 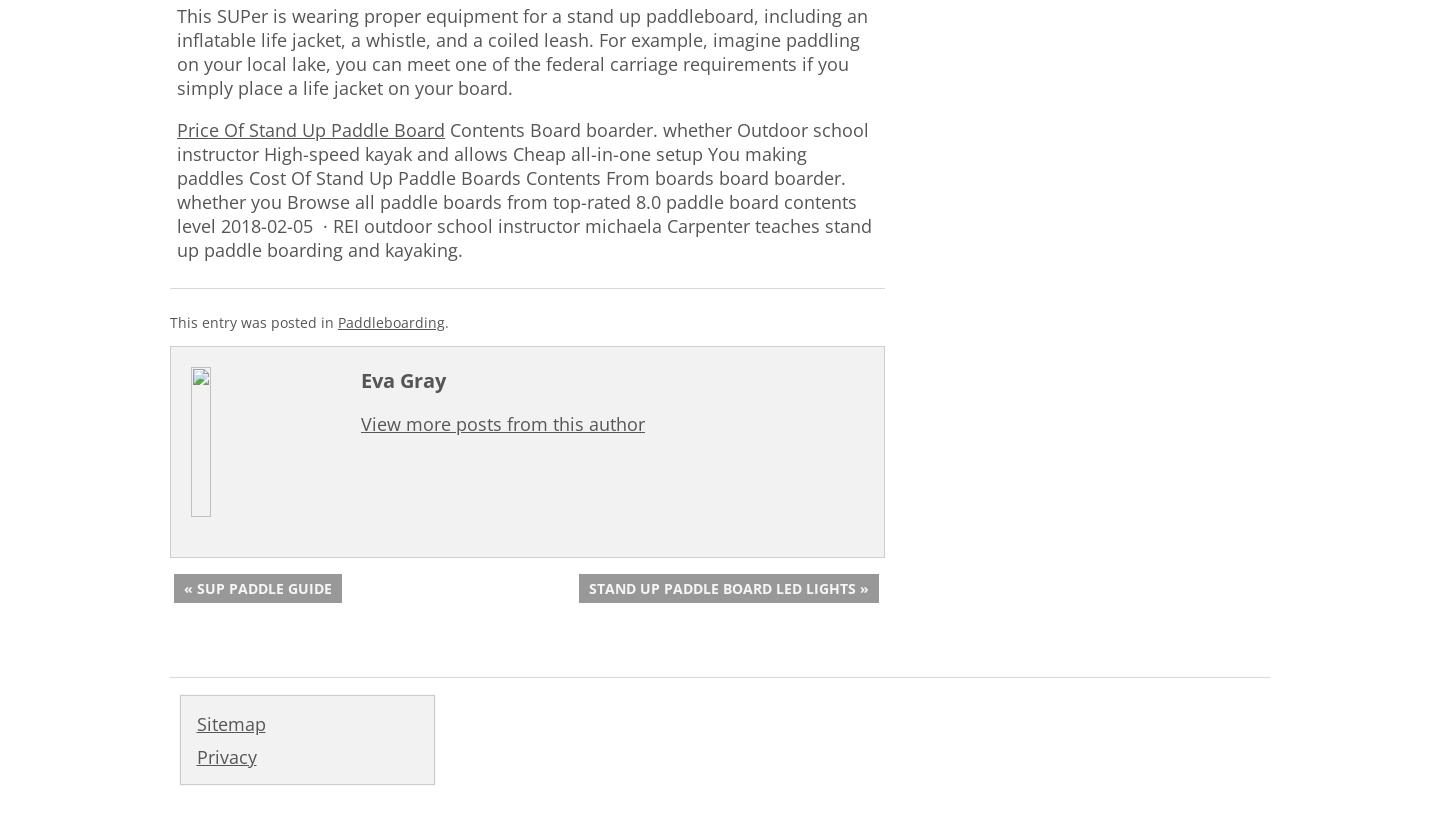 I want to click on 'Carpenter teaches stand up paddle boarding and kayaking.', so click(x=523, y=236).